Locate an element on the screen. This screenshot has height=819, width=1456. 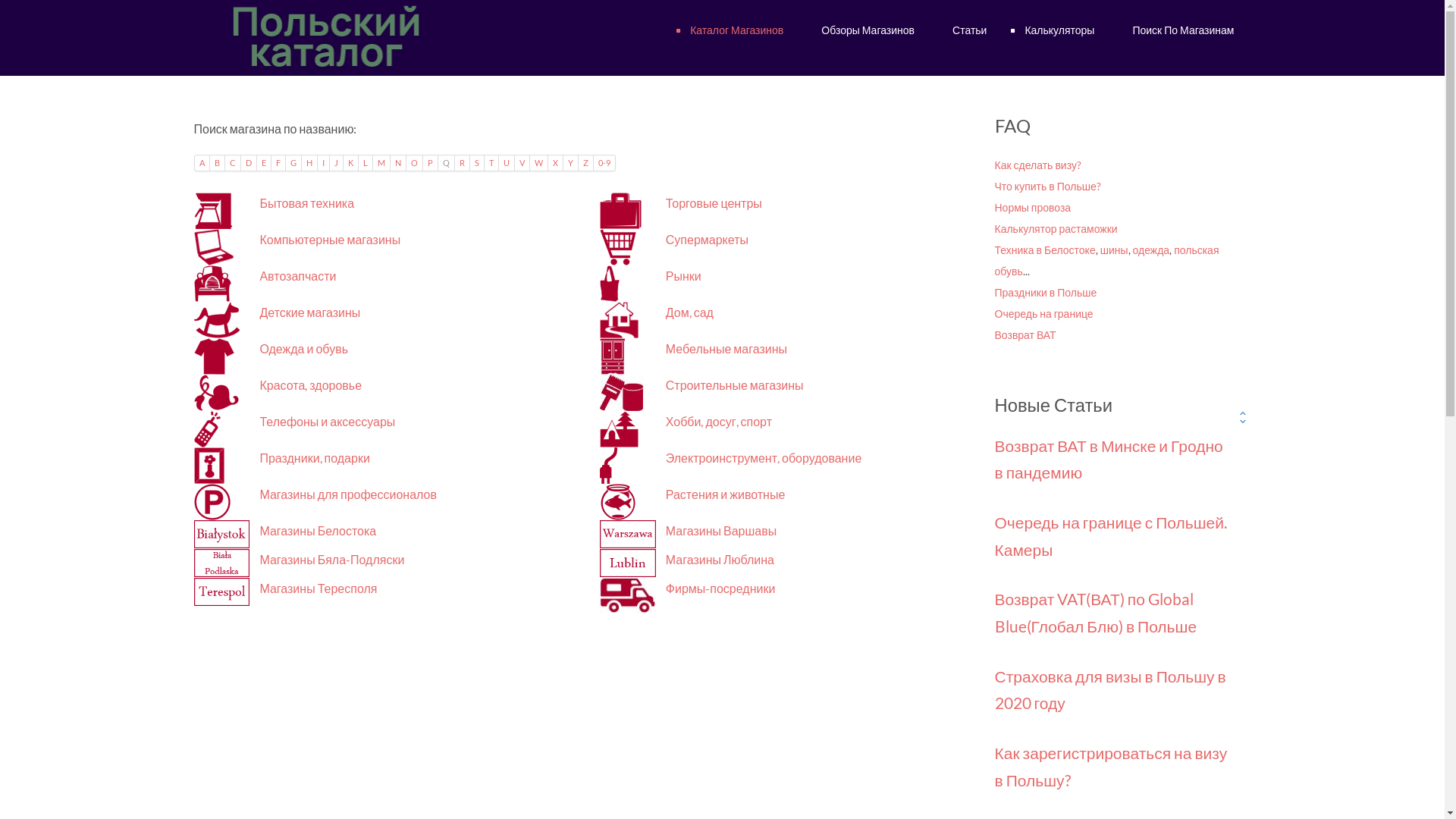
'Y' is located at coordinates (570, 163).